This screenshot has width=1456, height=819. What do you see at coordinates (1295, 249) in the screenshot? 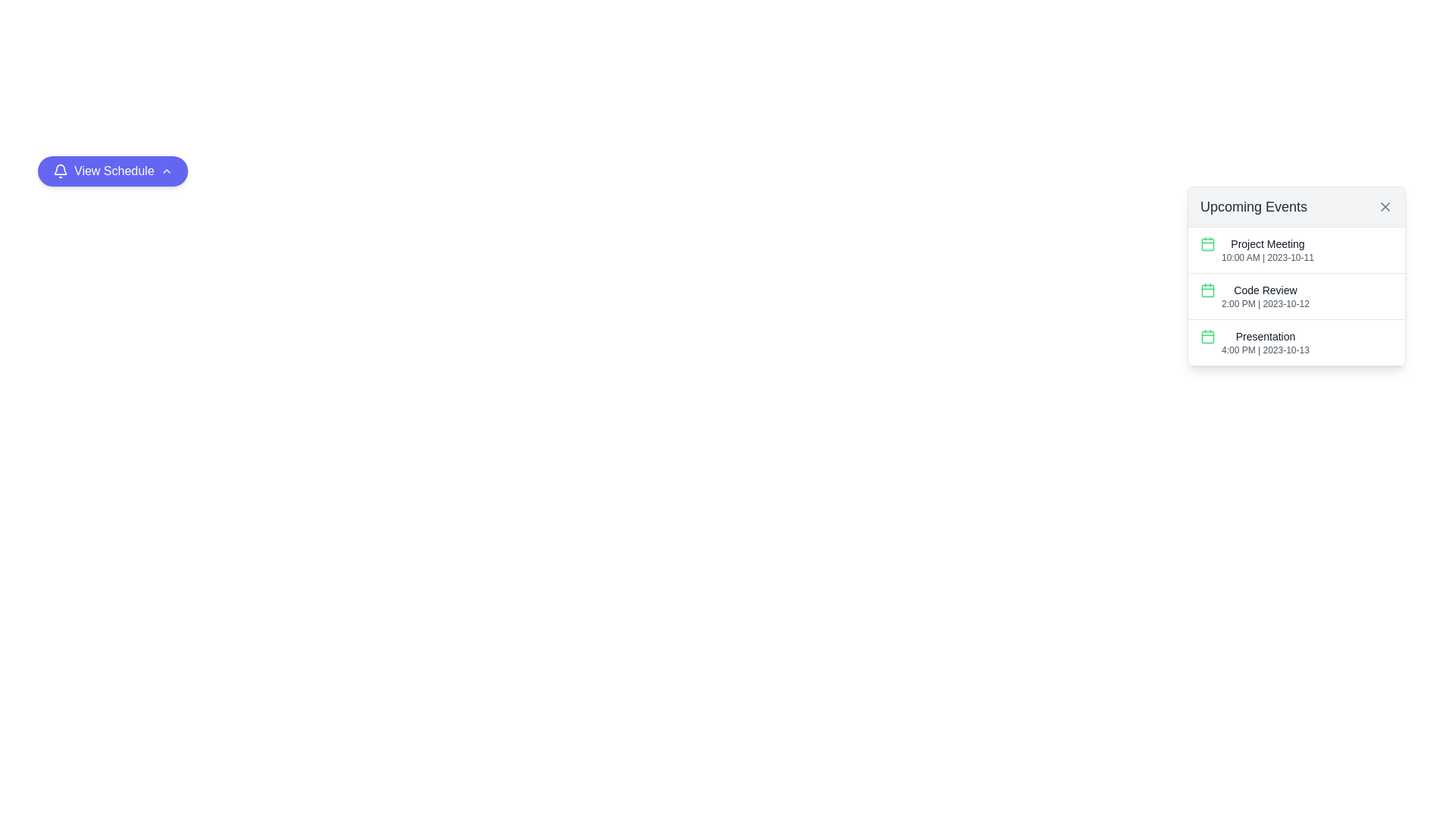
I see `the topmost list item in the 'Upcoming Events' panel` at bounding box center [1295, 249].